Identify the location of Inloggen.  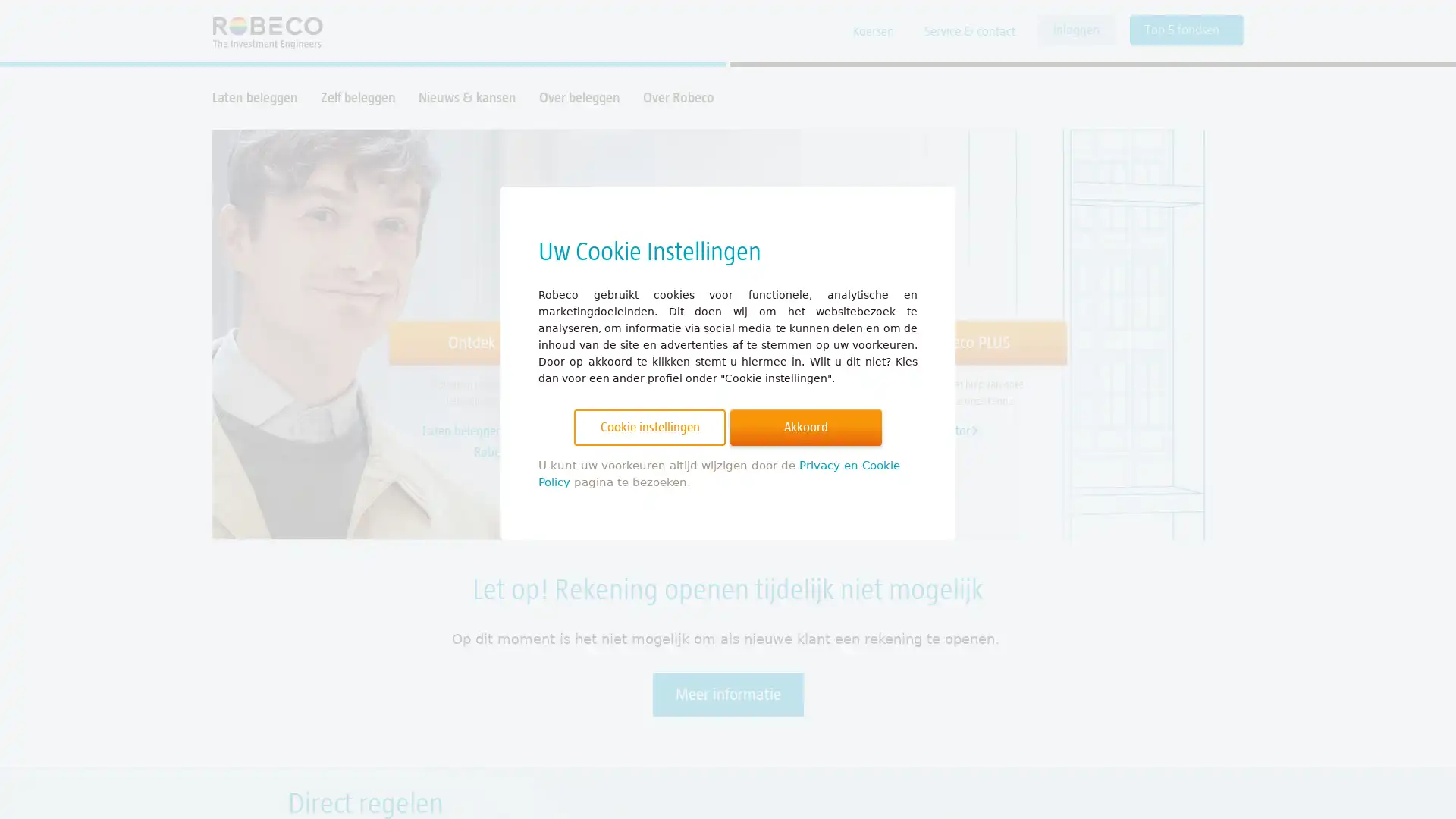
(1075, 30).